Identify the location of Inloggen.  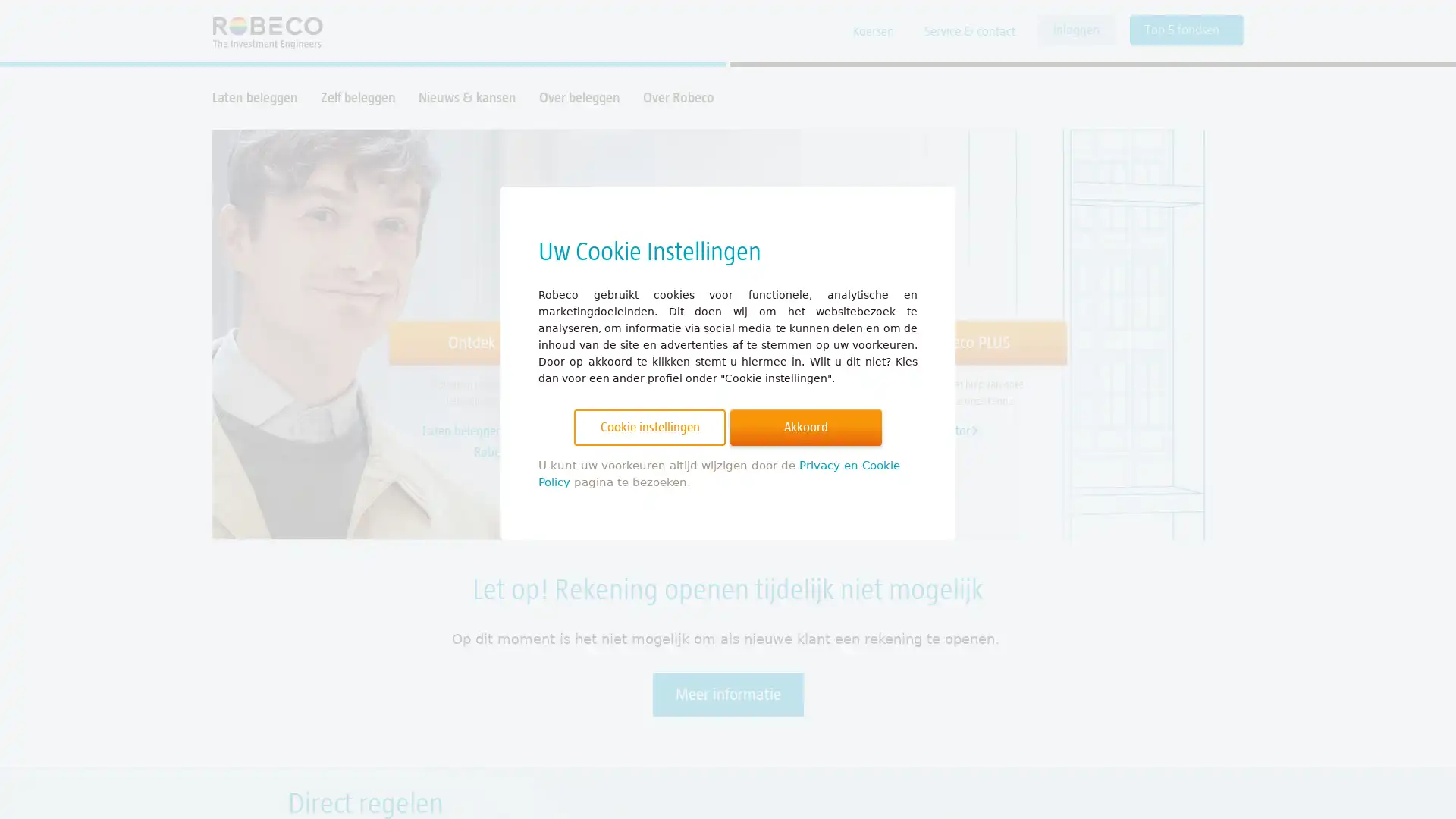
(1075, 30).